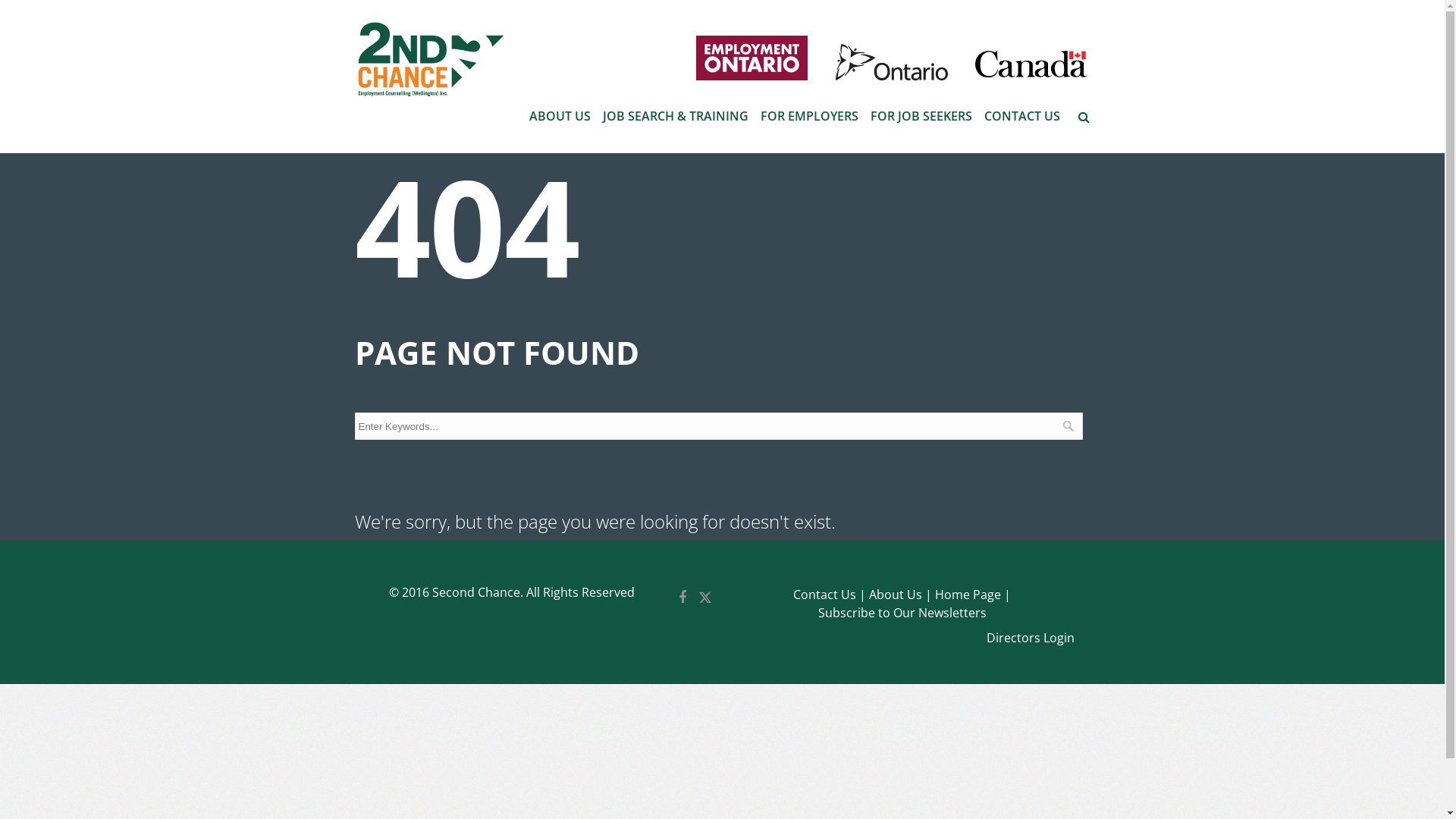 The height and width of the screenshot is (819, 1456). What do you see at coordinates (808, 115) in the screenshot?
I see `'FOR EMPLOYERS'` at bounding box center [808, 115].